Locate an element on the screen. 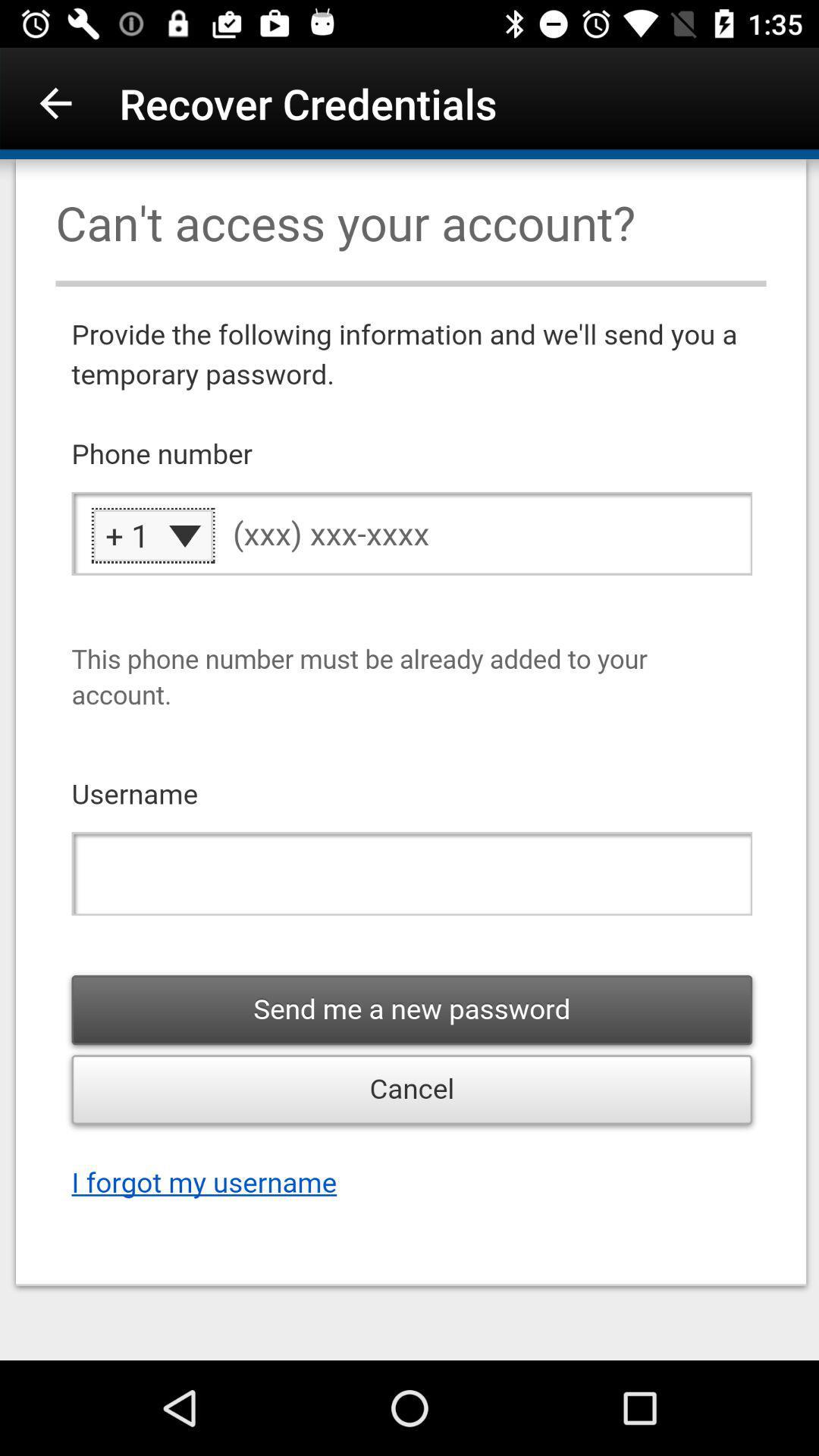 The width and height of the screenshot is (819, 1456). description is located at coordinates (409, 760).